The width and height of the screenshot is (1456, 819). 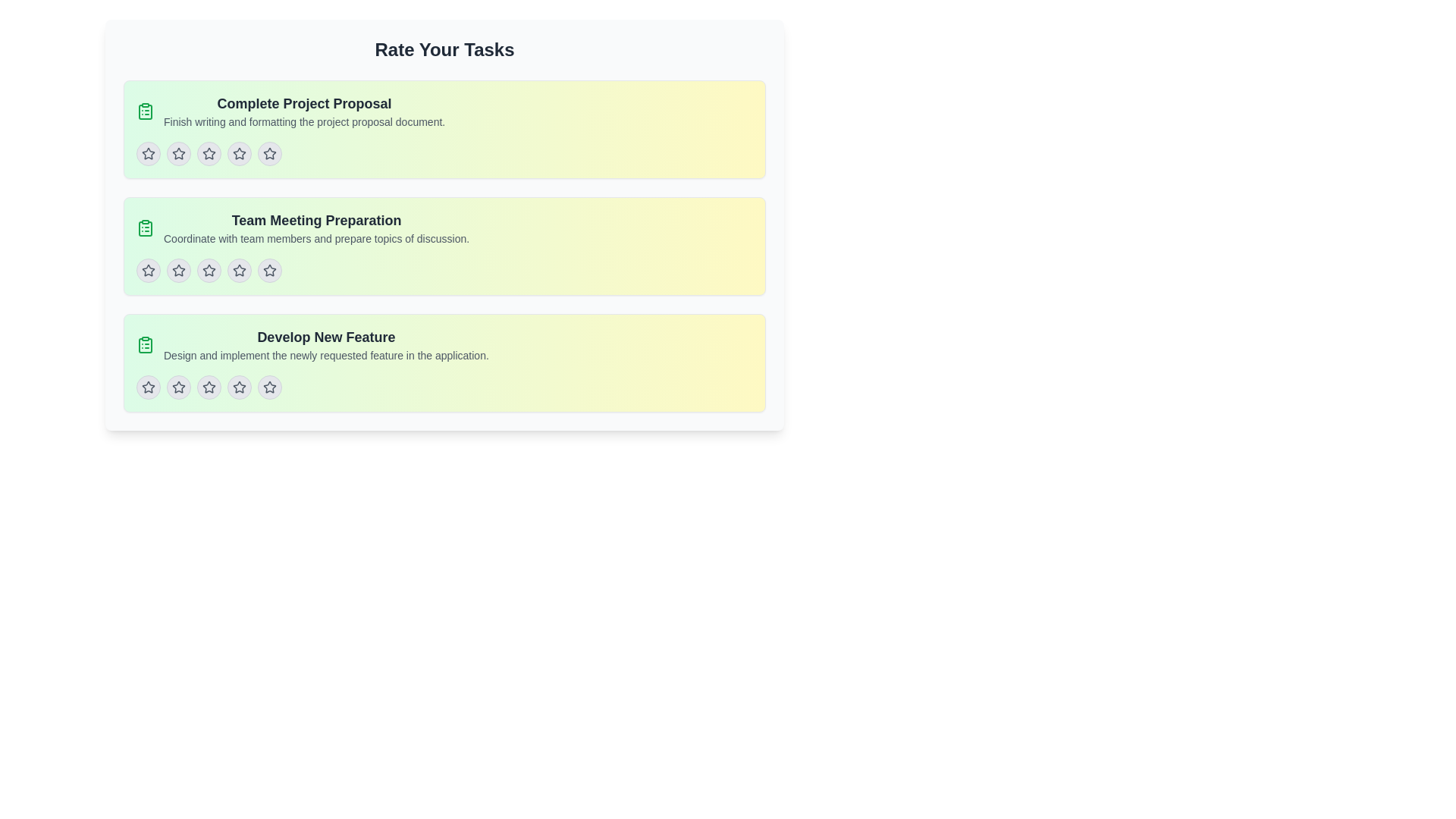 What do you see at coordinates (239, 154) in the screenshot?
I see `the fourth rating star in the task rating section under 'Complete Project Proposal'` at bounding box center [239, 154].